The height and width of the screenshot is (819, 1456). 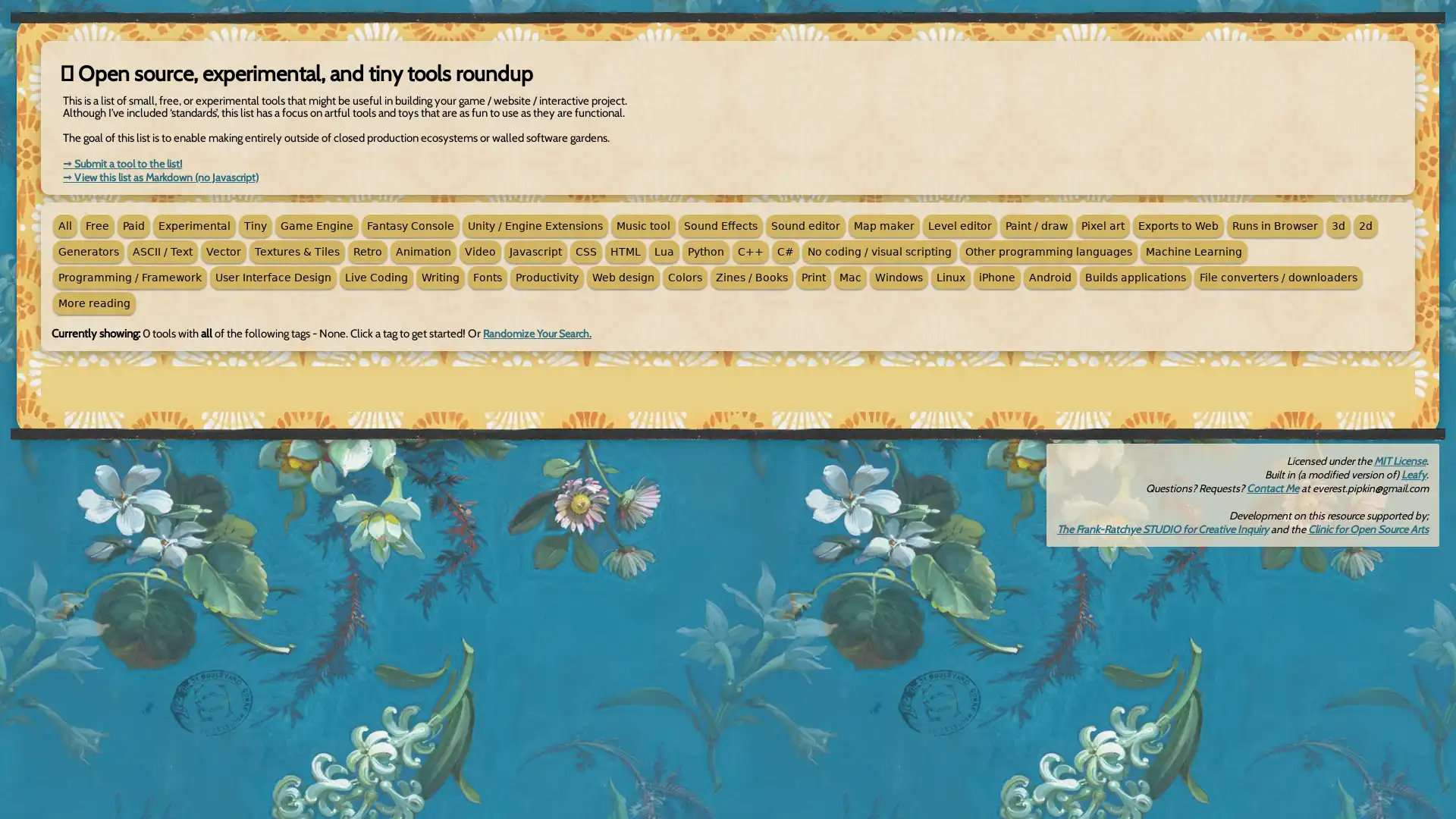 What do you see at coordinates (535, 225) in the screenshot?
I see `Unity / Engine Extensions` at bounding box center [535, 225].